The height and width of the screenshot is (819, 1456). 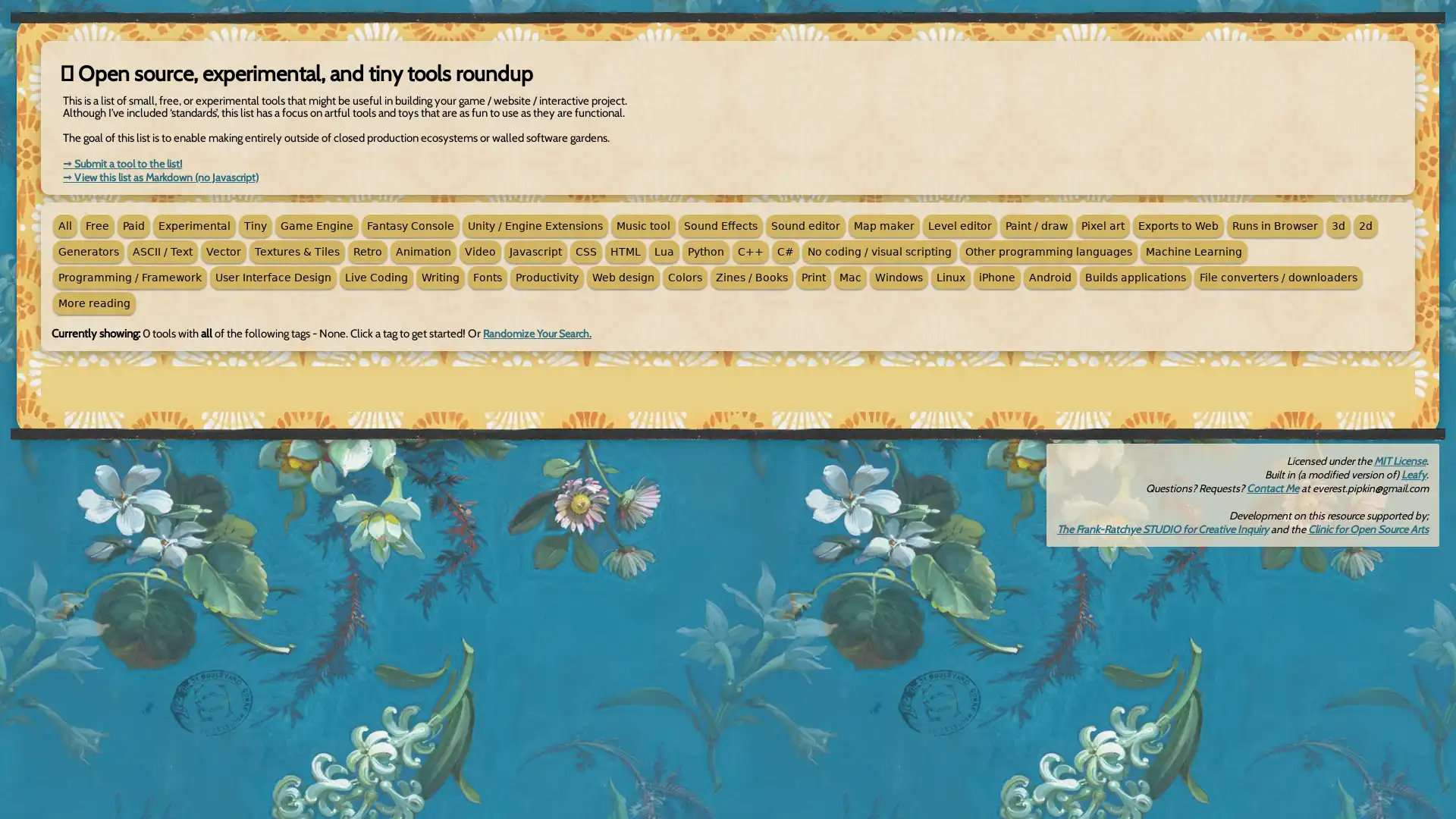 What do you see at coordinates (535, 225) in the screenshot?
I see `Unity / Engine Extensions` at bounding box center [535, 225].